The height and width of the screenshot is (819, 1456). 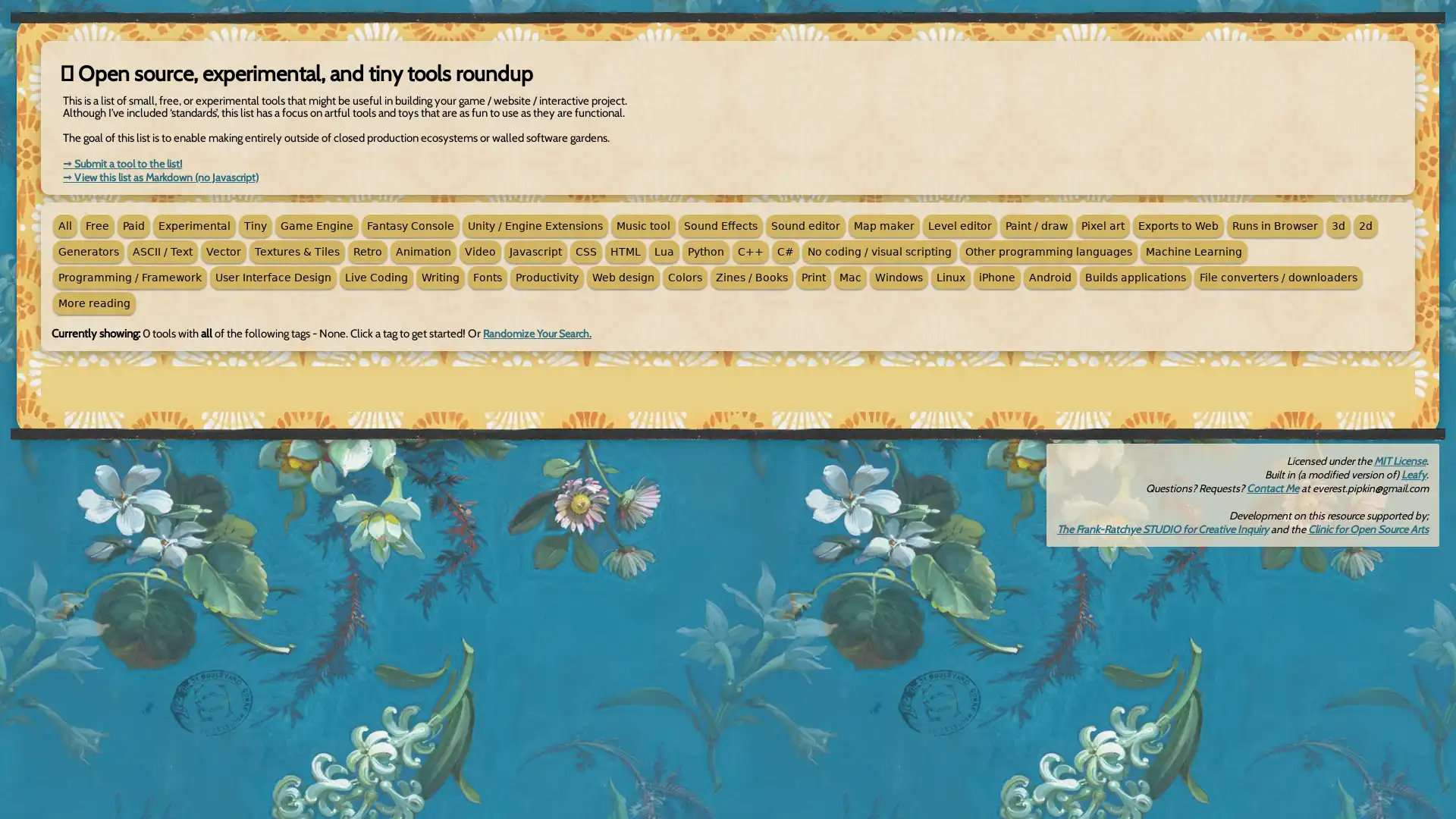 What do you see at coordinates (535, 225) in the screenshot?
I see `Unity / Engine Extensions` at bounding box center [535, 225].